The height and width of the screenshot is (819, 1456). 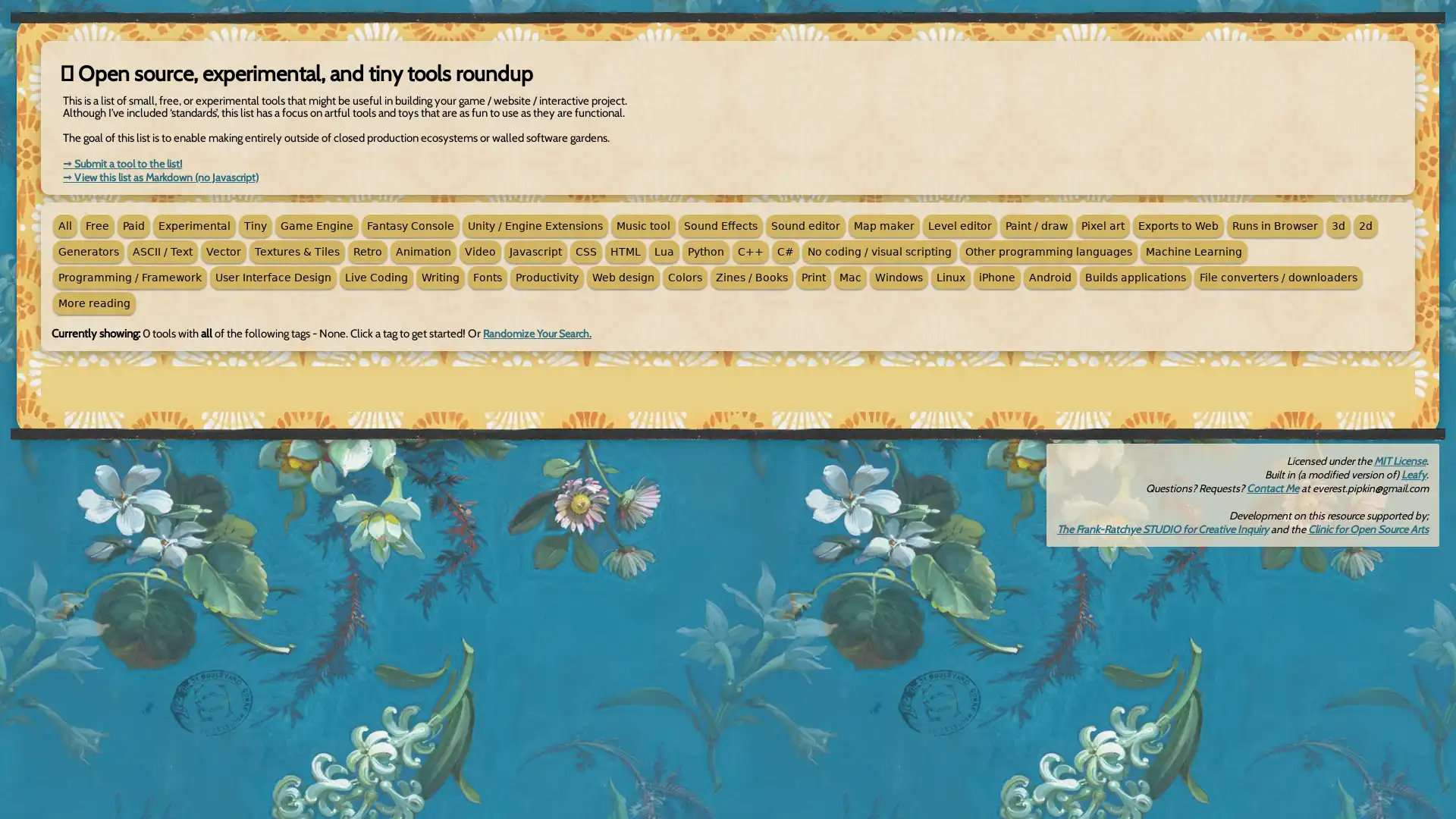 What do you see at coordinates (535, 225) in the screenshot?
I see `Unity / Engine Extensions` at bounding box center [535, 225].